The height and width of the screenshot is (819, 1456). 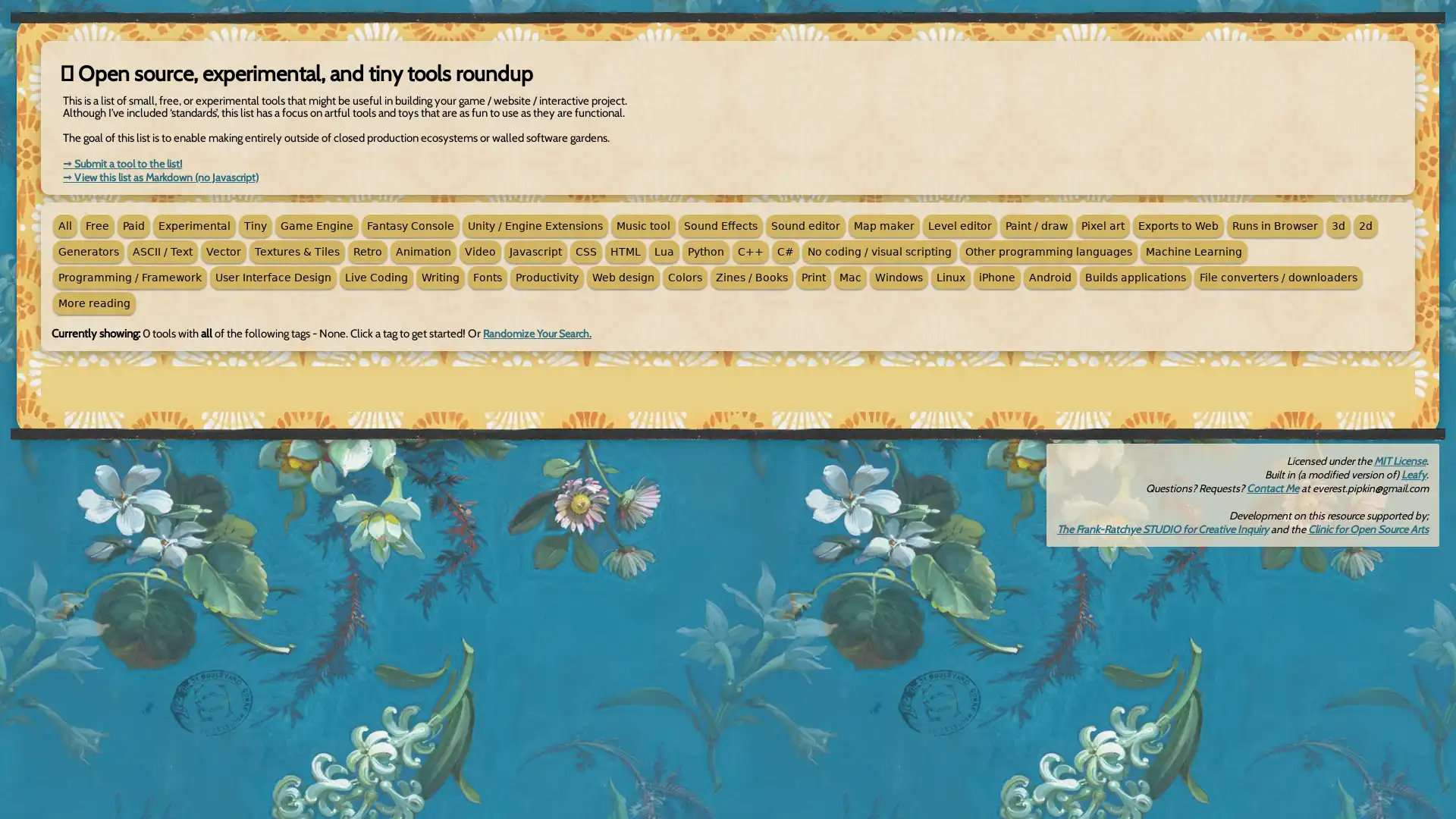 What do you see at coordinates (535, 225) in the screenshot?
I see `Unity / Engine Extensions` at bounding box center [535, 225].